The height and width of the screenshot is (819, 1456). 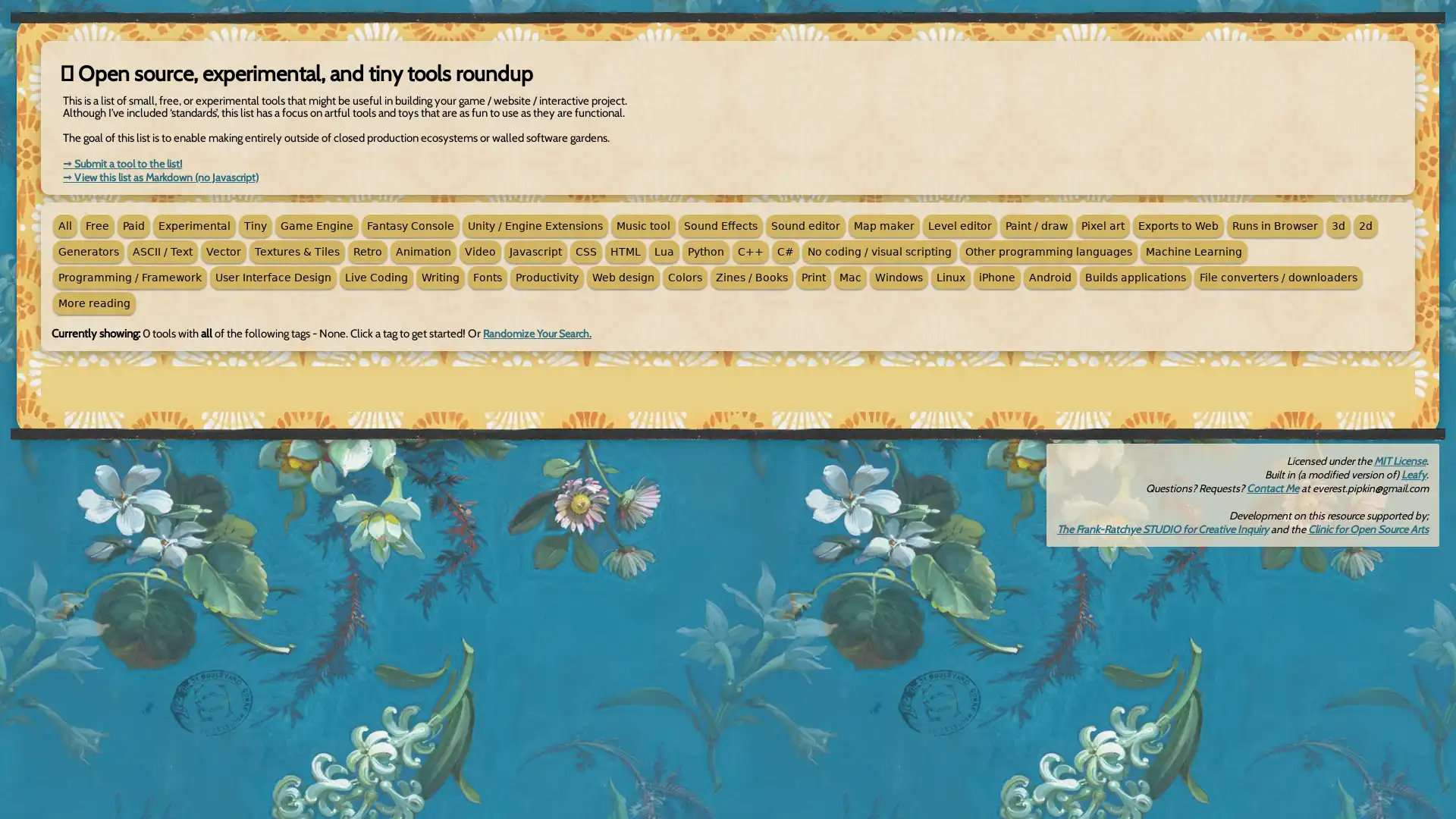 What do you see at coordinates (535, 225) in the screenshot?
I see `Unity / Engine Extensions` at bounding box center [535, 225].